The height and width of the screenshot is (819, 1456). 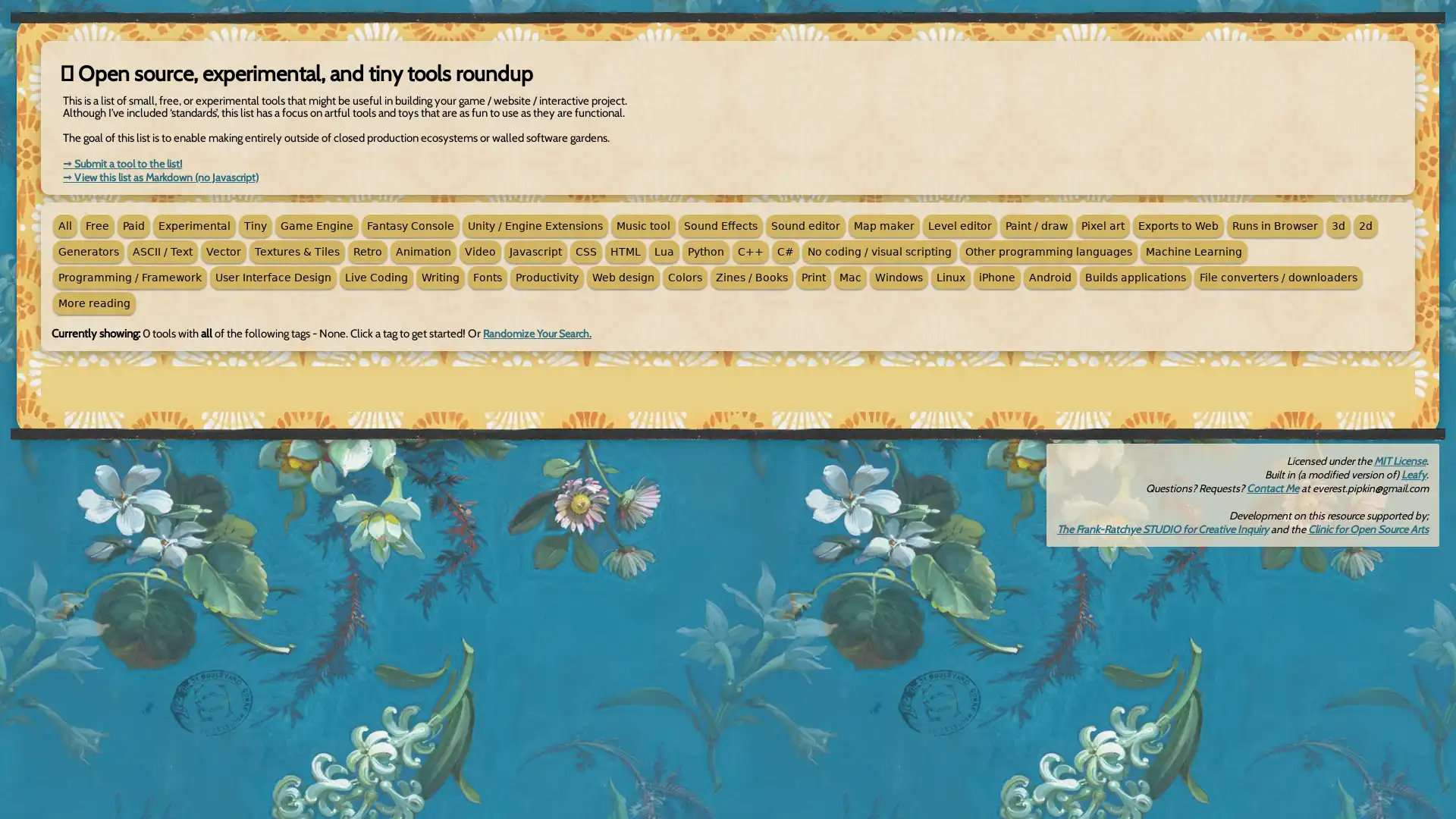 What do you see at coordinates (535, 225) in the screenshot?
I see `Unity / Engine Extensions` at bounding box center [535, 225].